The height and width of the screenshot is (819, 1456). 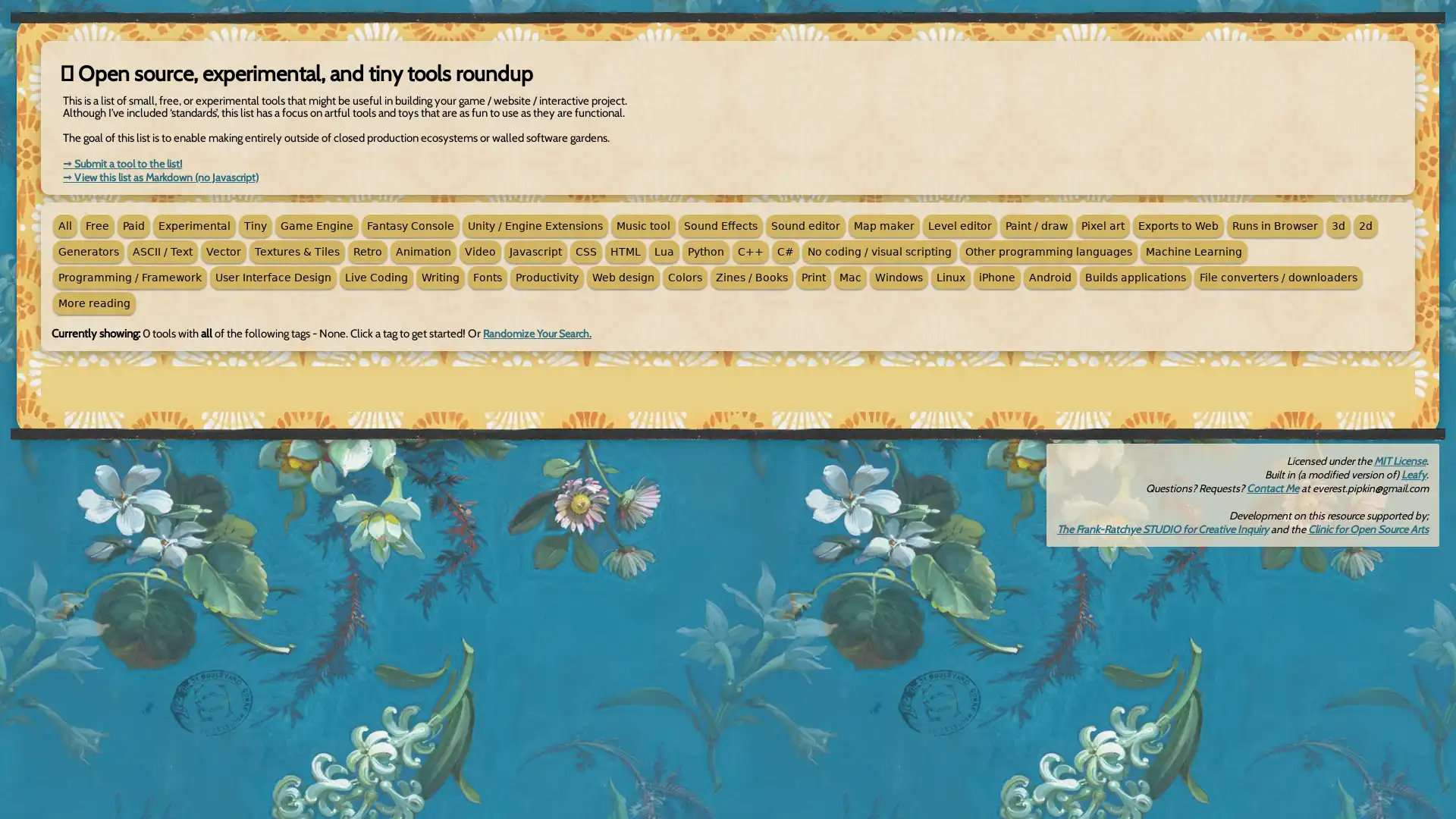 What do you see at coordinates (535, 225) in the screenshot?
I see `Unity / Engine Extensions` at bounding box center [535, 225].